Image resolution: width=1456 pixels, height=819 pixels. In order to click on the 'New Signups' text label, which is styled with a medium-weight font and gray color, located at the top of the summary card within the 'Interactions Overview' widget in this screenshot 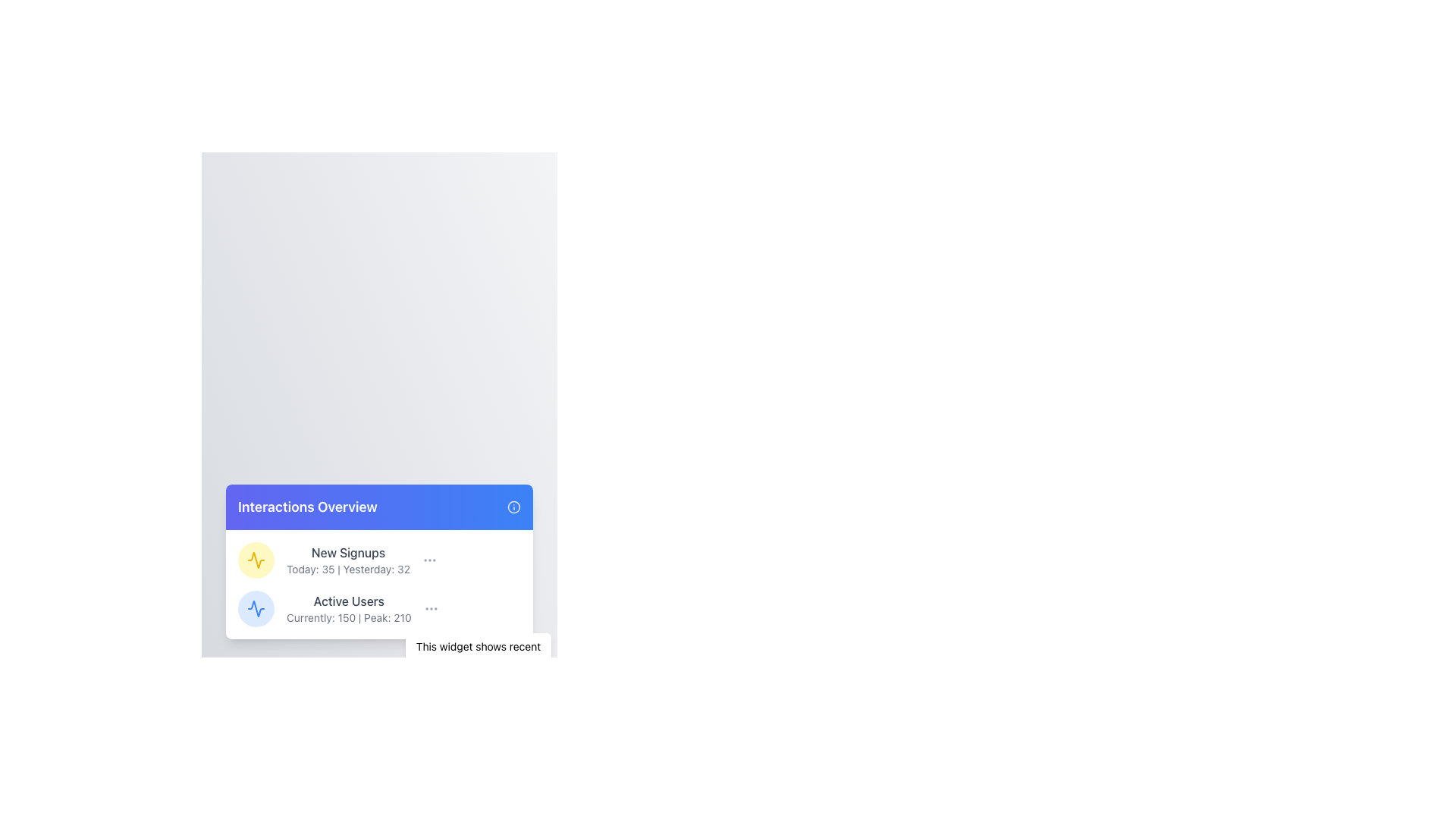, I will do `click(347, 553)`.